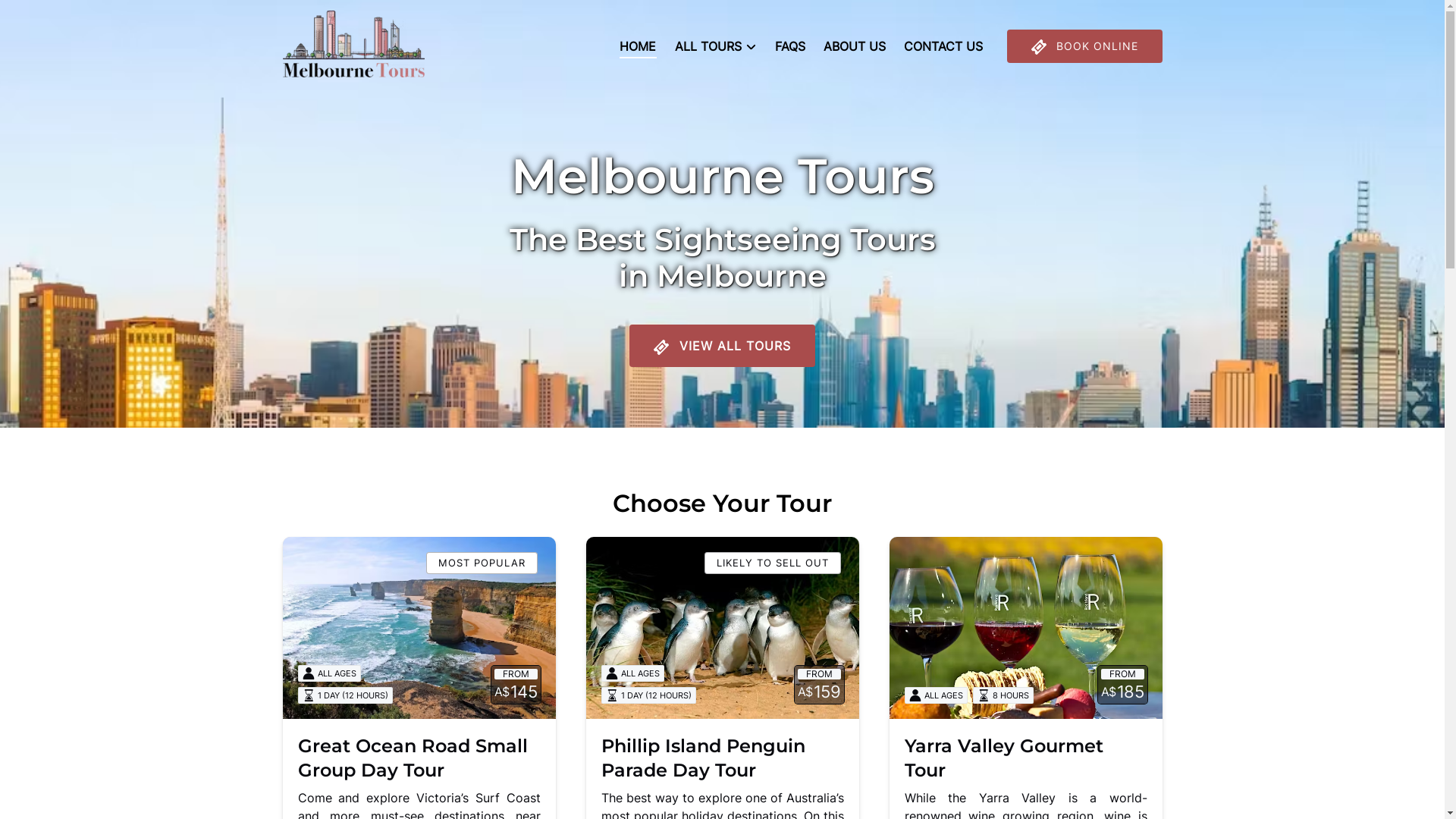 This screenshot has width=1456, height=819. Describe the element at coordinates (47, 17) in the screenshot. I see `'Skip to footer'` at that location.